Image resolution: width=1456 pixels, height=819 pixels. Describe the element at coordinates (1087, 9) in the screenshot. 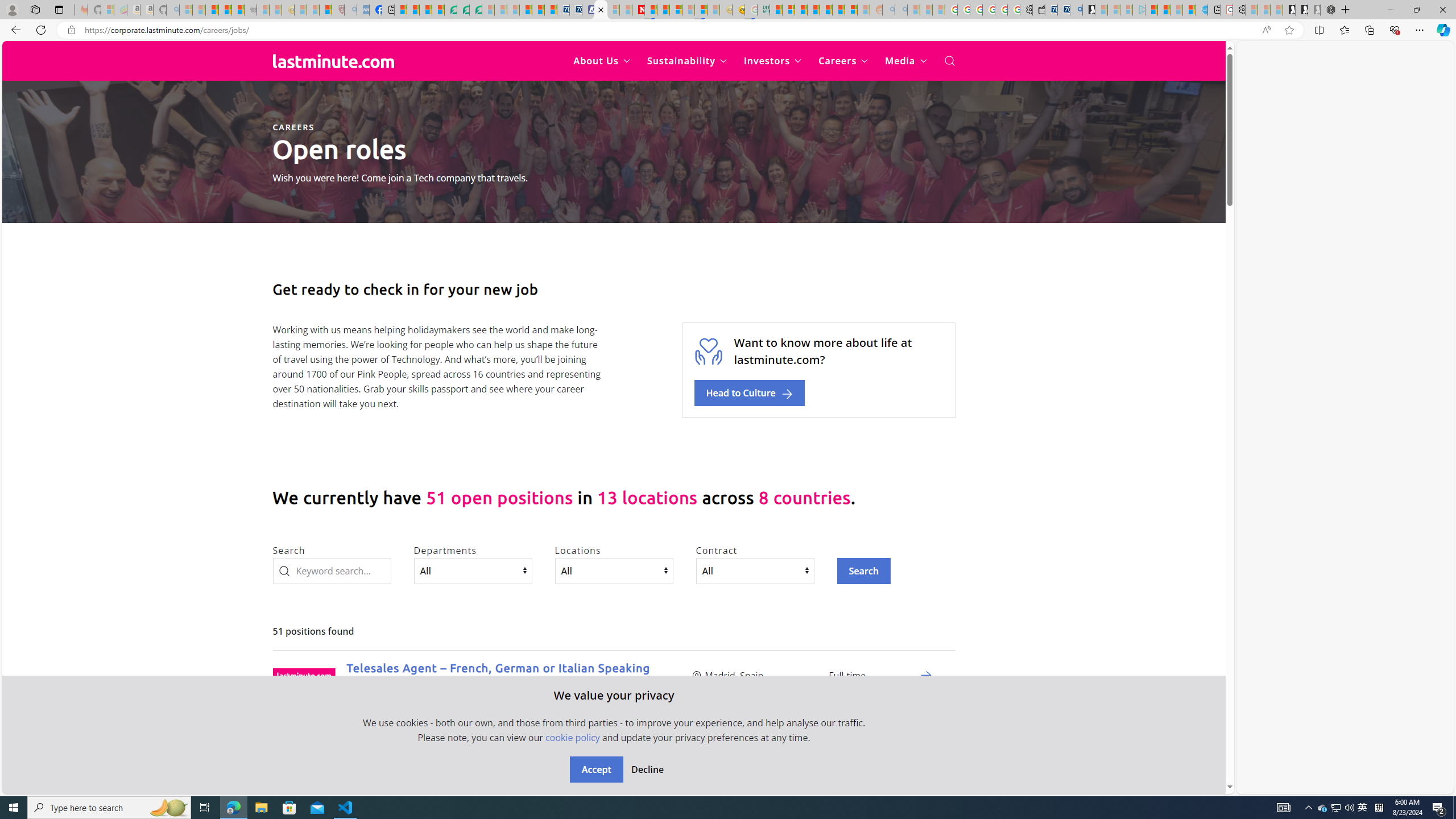

I see `'Microsoft Start Gaming'` at that location.